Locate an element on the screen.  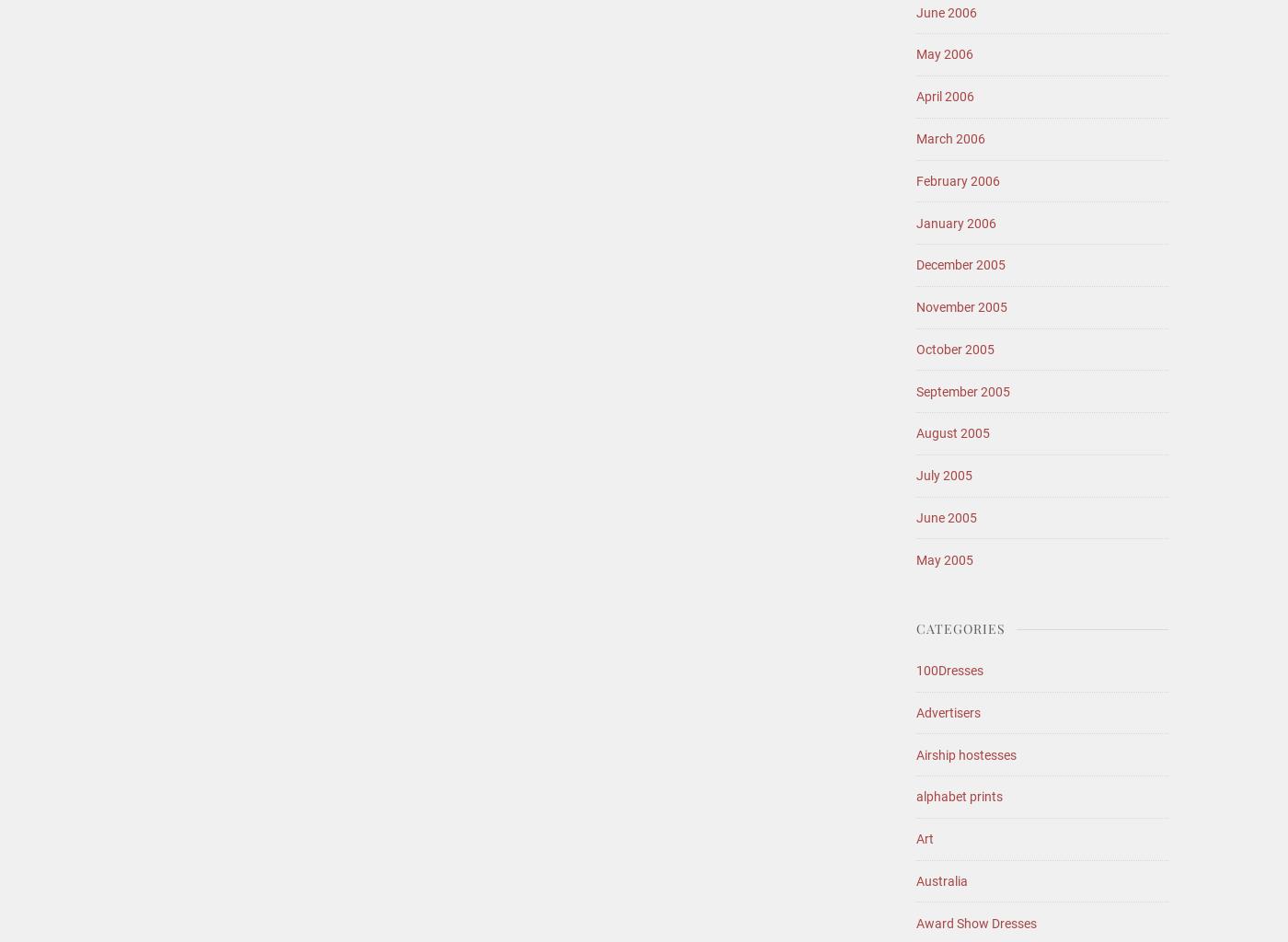
'September 2005' is located at coordinates (963, 389).